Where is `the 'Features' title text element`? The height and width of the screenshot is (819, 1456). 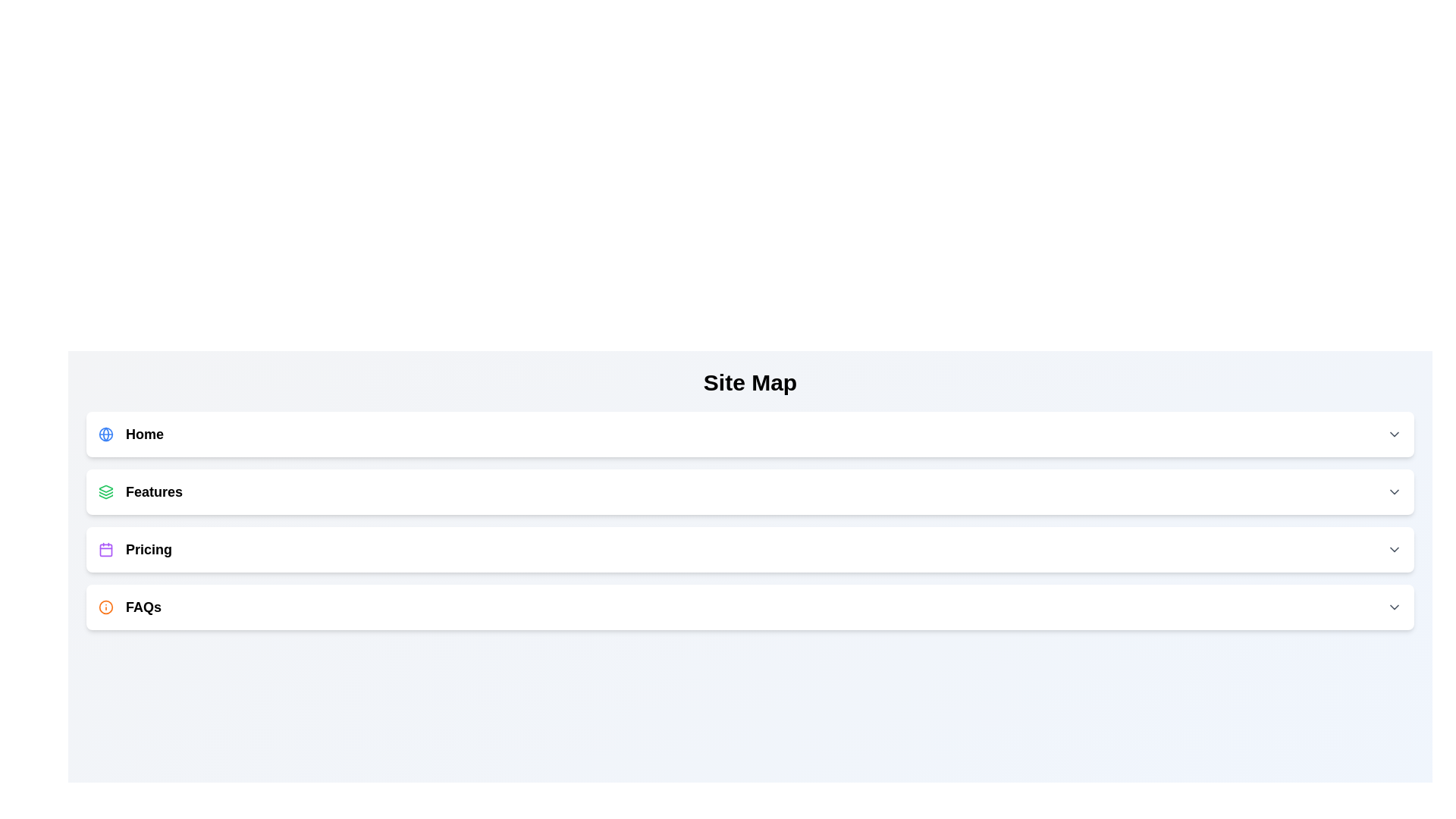
the 'Features' title text element is located at coordinates (154, 491).